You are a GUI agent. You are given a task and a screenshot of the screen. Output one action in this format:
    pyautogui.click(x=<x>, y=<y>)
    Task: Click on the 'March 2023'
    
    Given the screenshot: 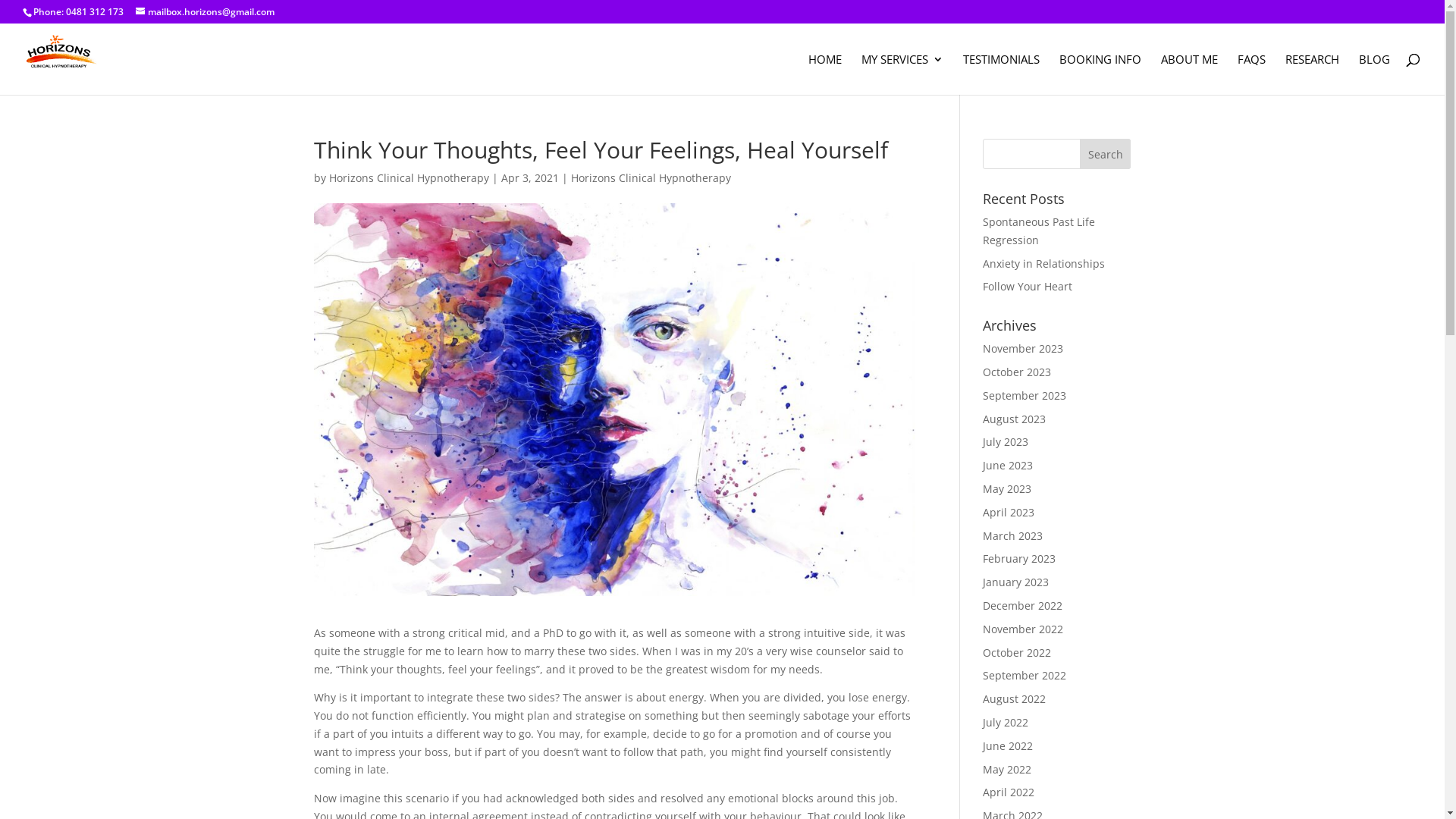 What is the action you would take?
    pyautogui.click(x=1012, y=535)
    